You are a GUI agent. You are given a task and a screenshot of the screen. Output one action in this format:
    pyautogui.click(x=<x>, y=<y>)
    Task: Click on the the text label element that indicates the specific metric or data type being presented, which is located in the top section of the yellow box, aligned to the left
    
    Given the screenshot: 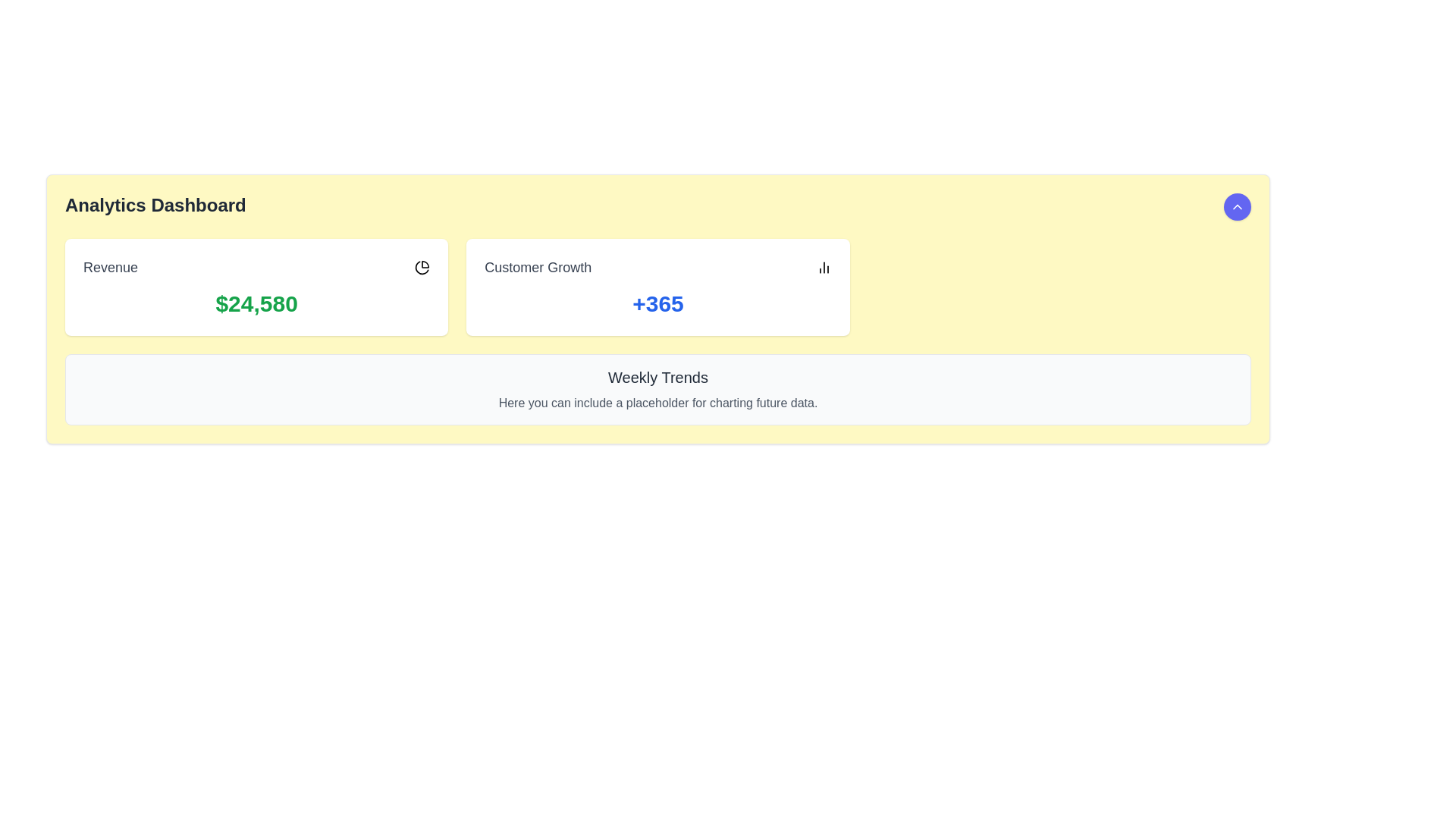 What is the action you would take?
    pyautogui.click(x=538, y=267)
    